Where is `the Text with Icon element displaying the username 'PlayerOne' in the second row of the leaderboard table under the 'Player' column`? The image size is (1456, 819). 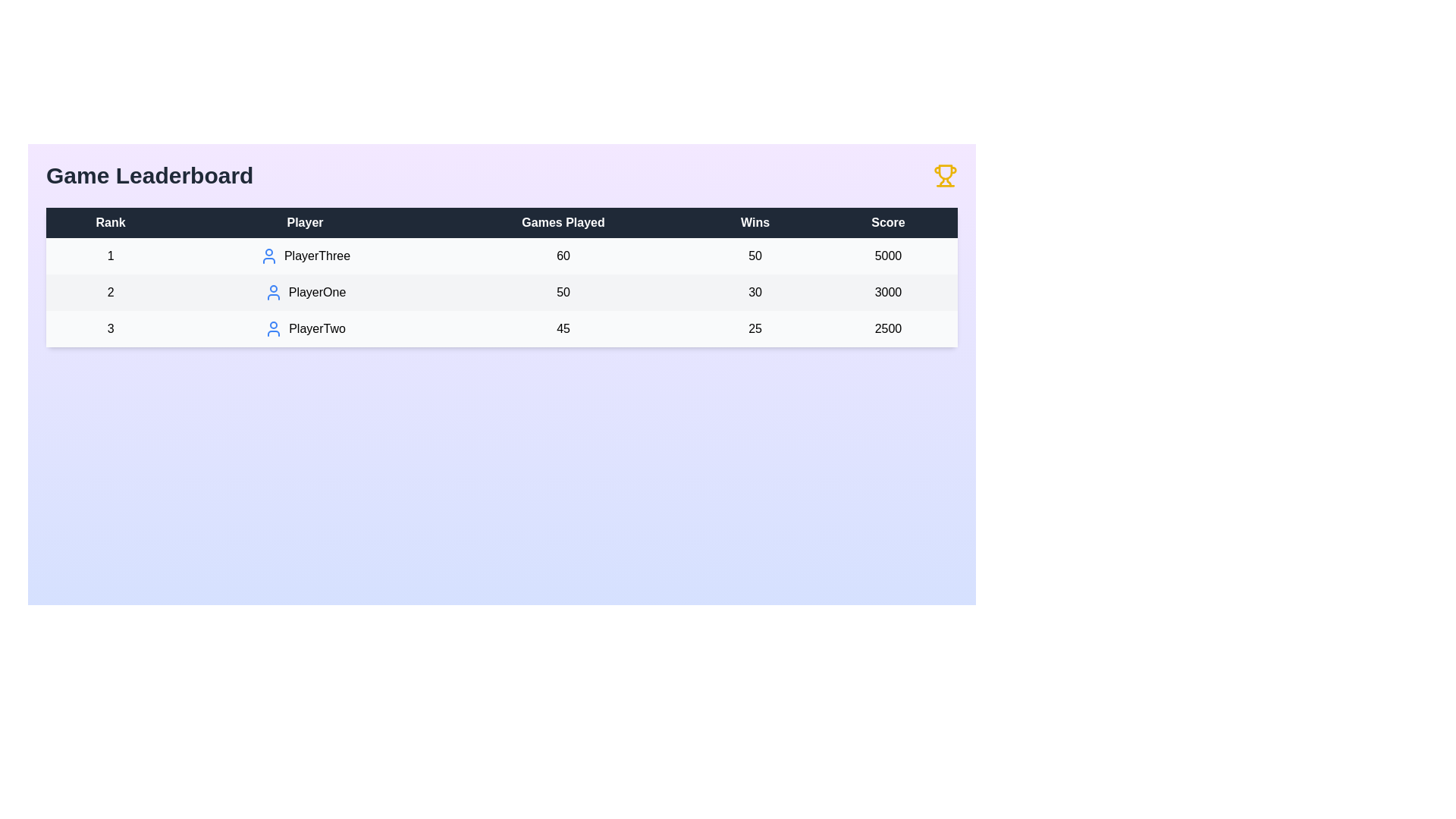 the Text with Icon element displaying the username 'PlayerOne' in the second row of the leaderboard table under the 'Player' column is located at coordinates (304, 292).